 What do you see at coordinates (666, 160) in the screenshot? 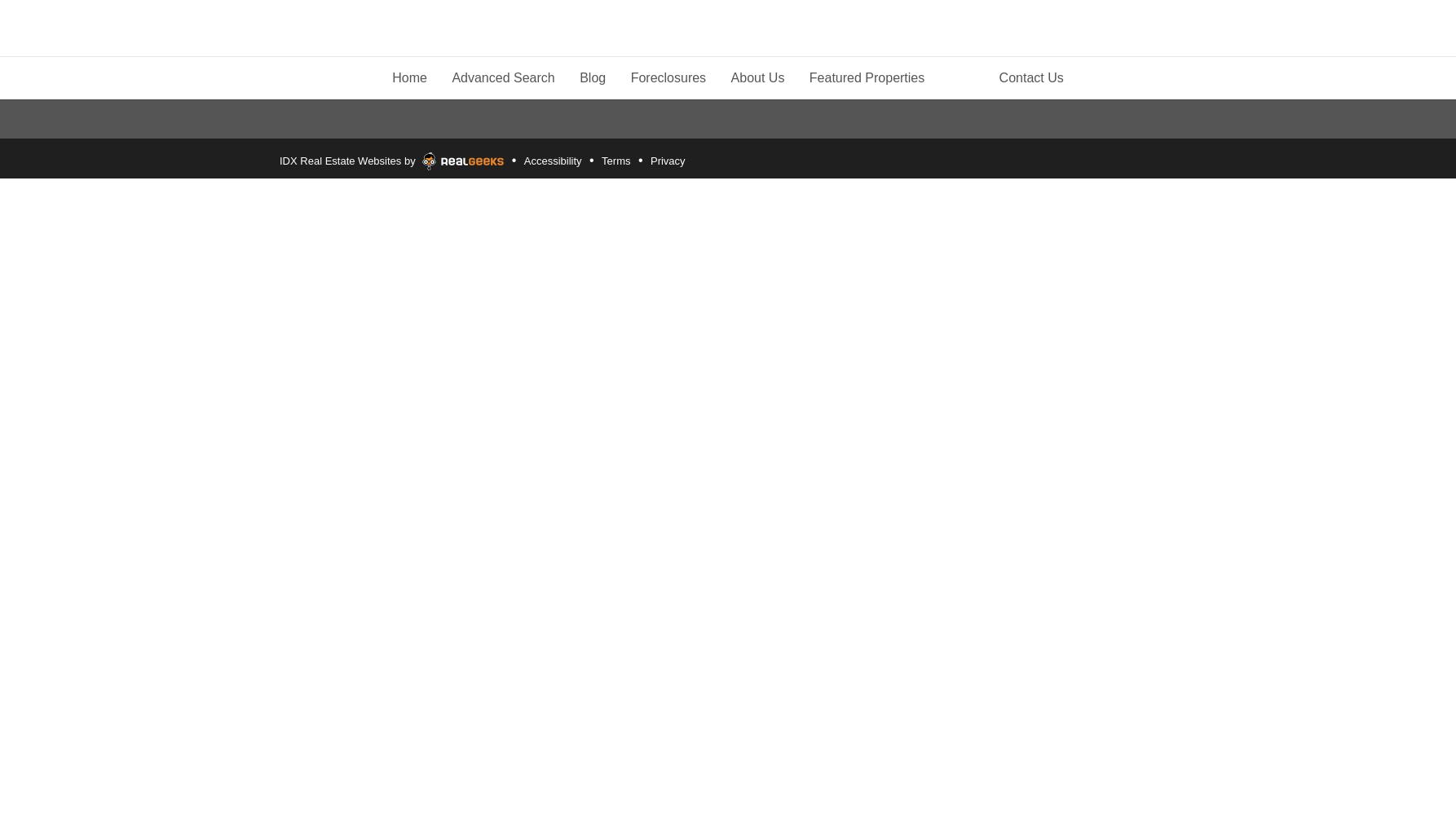
I see `'Privacy'` at bounding box center [666, 160].